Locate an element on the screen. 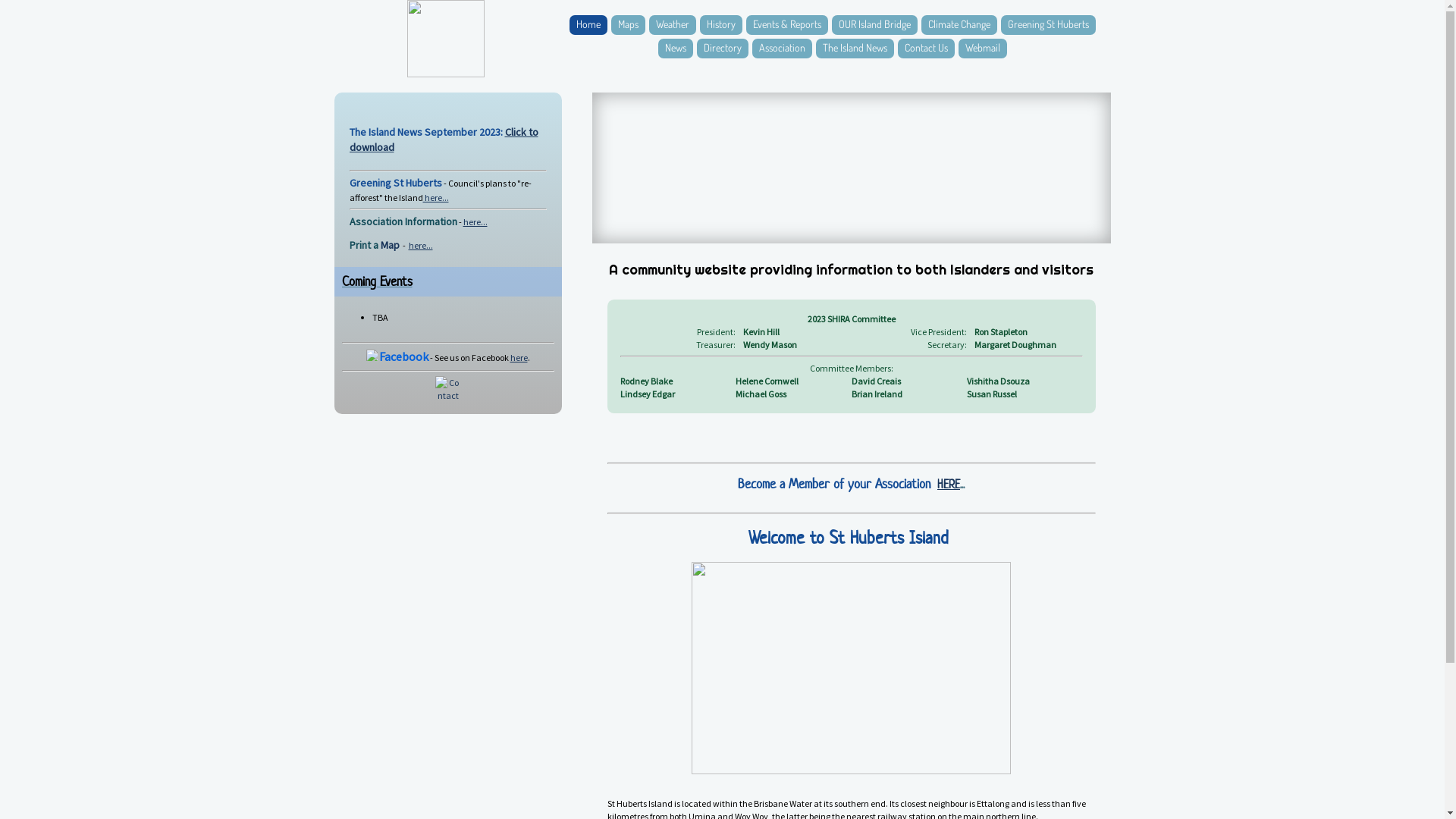 The height and width of the screenshot is (819, 1456). 'News' is located at coordinates (675, 48).